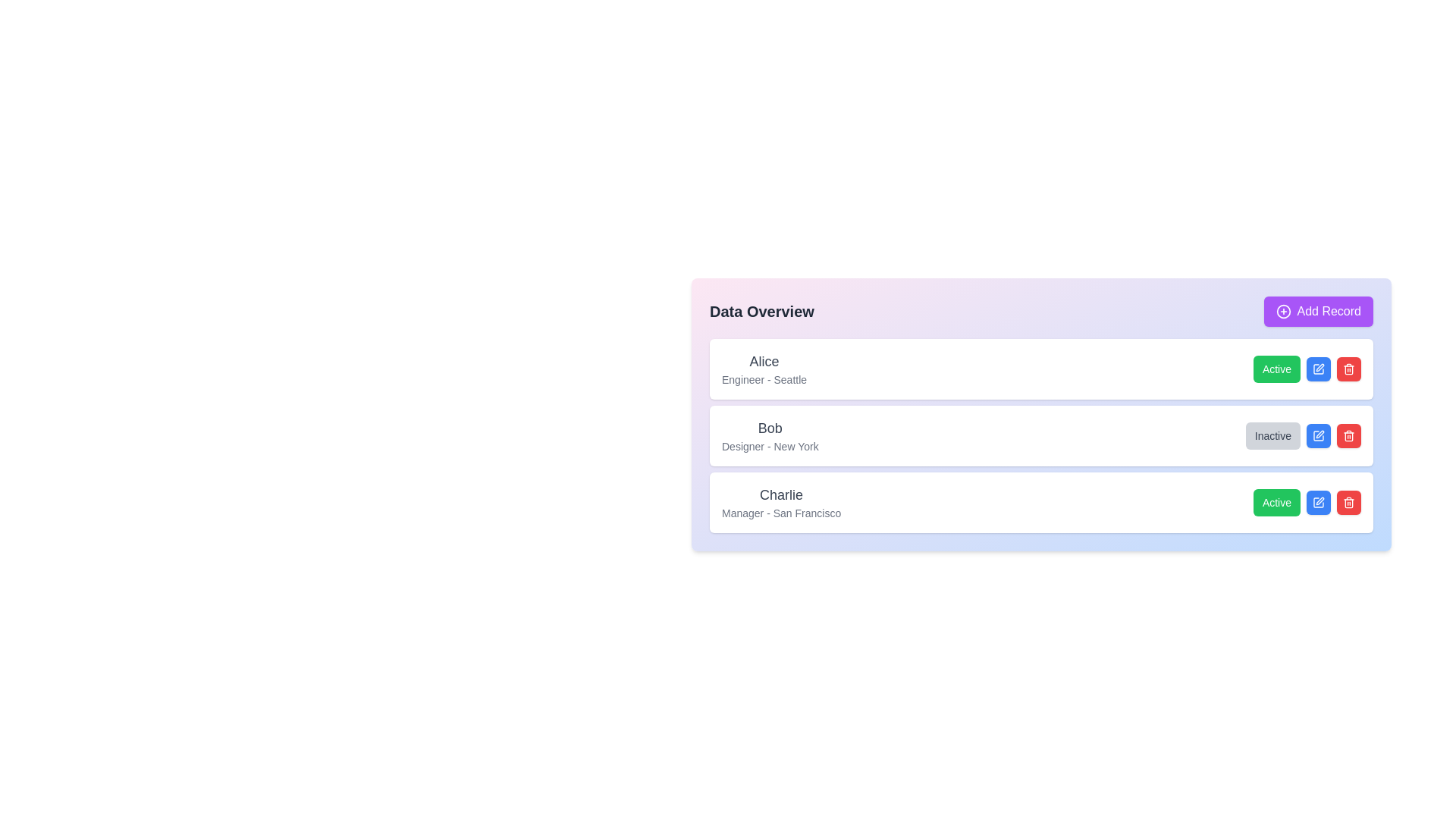 The image size is (1456, 819). Describe the element at coordinates (1319, 368) in the screenshot. I see `the edit button located to the left of the red trash can icon in the third row of the list labeled 'Charlie'` at that location.